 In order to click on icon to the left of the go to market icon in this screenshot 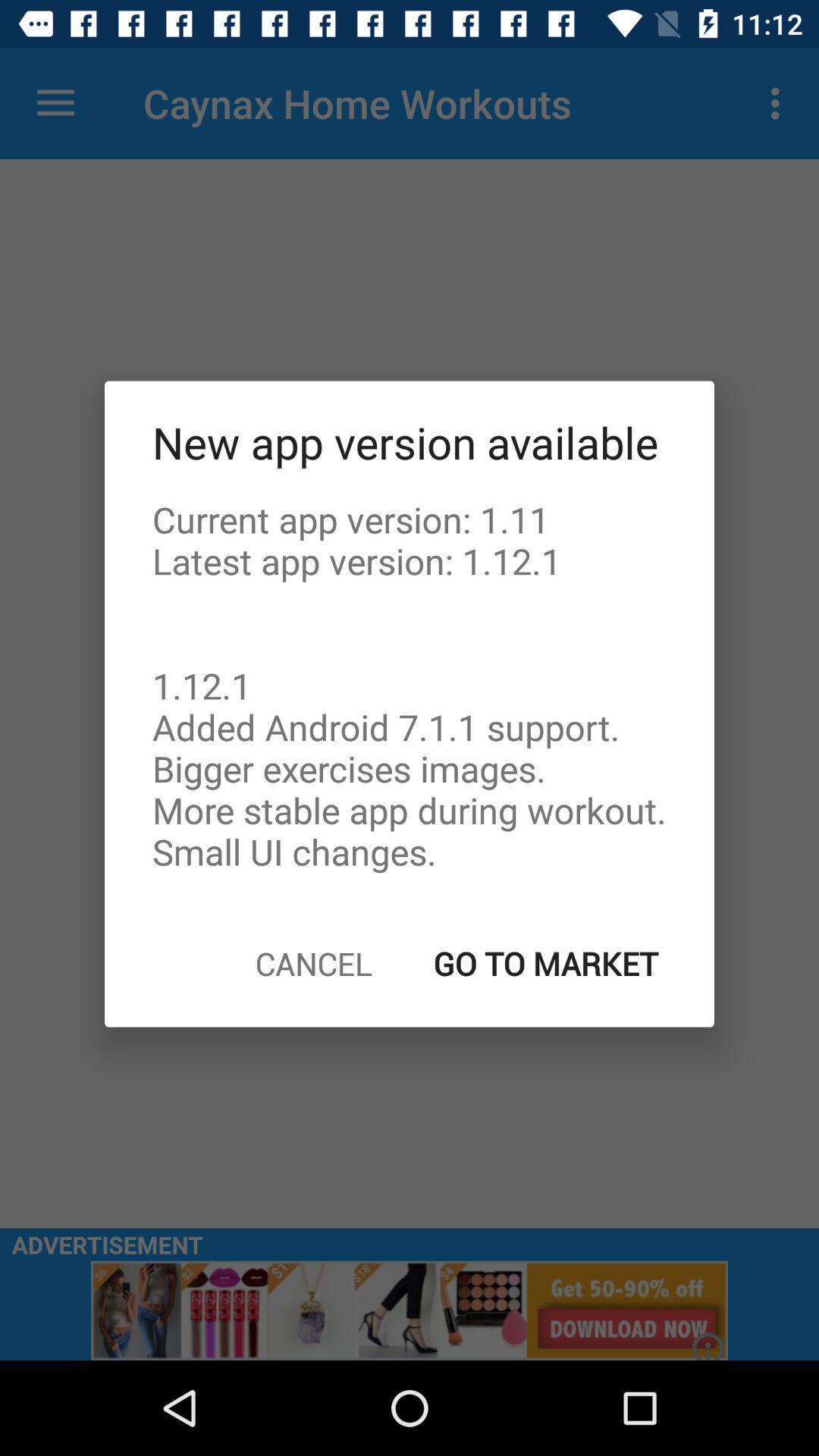, I will do `click(312, 962)`.